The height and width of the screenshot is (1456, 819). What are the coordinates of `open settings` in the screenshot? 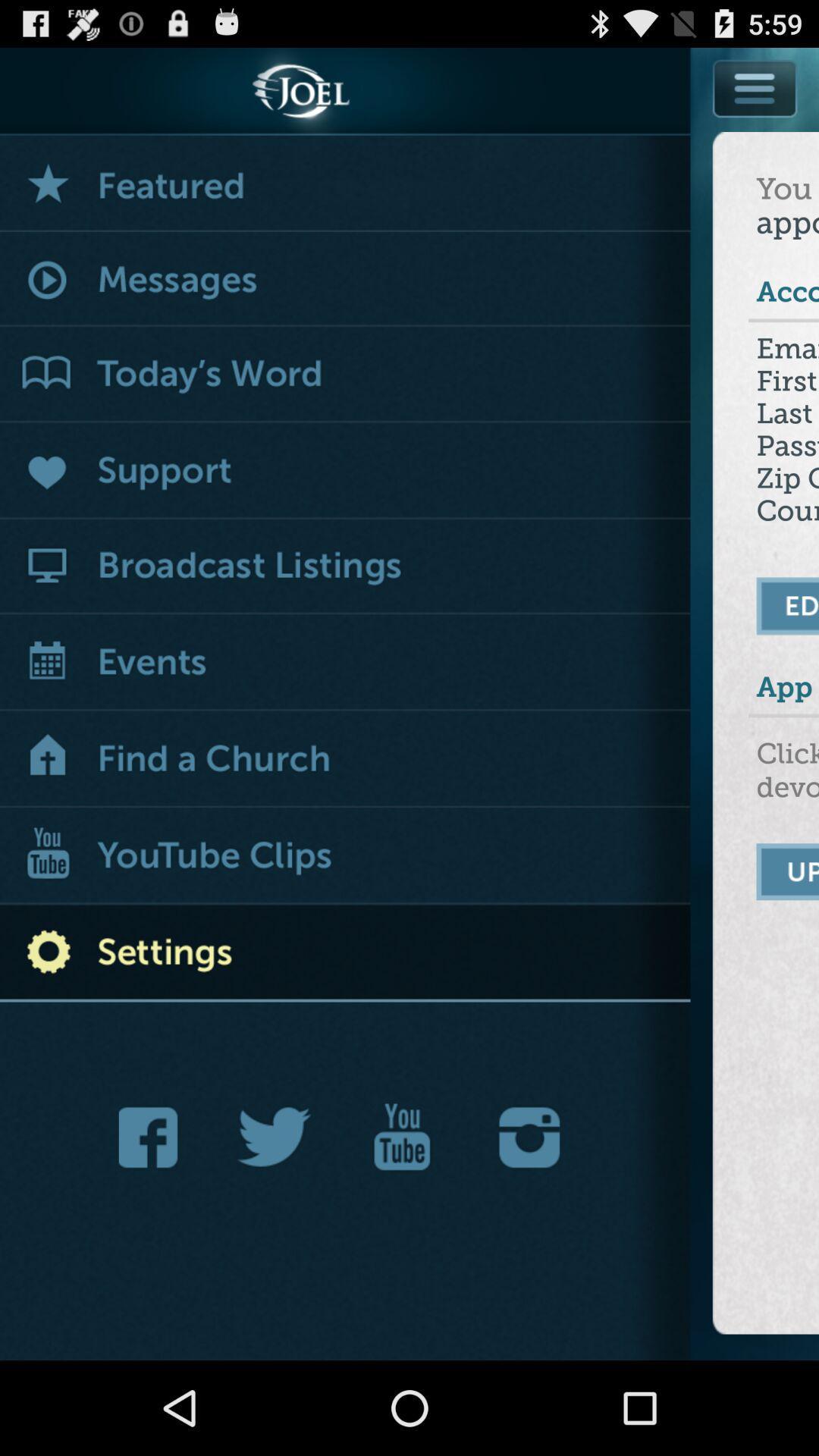 It's located at (756, 87).